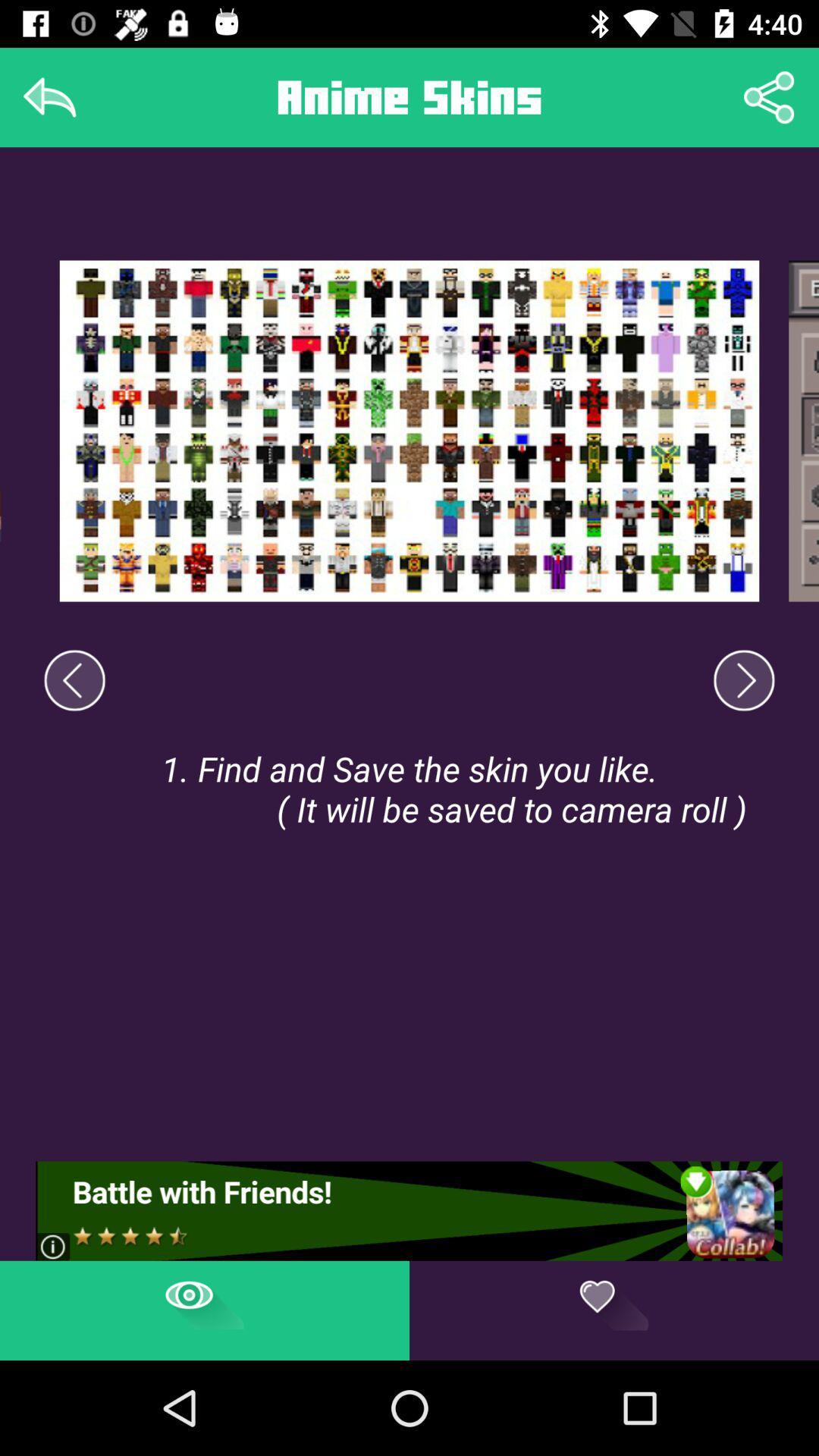 This screenshot has height=1456, width=819. I want to click on the arrow_backward icon, so click(74, 679).